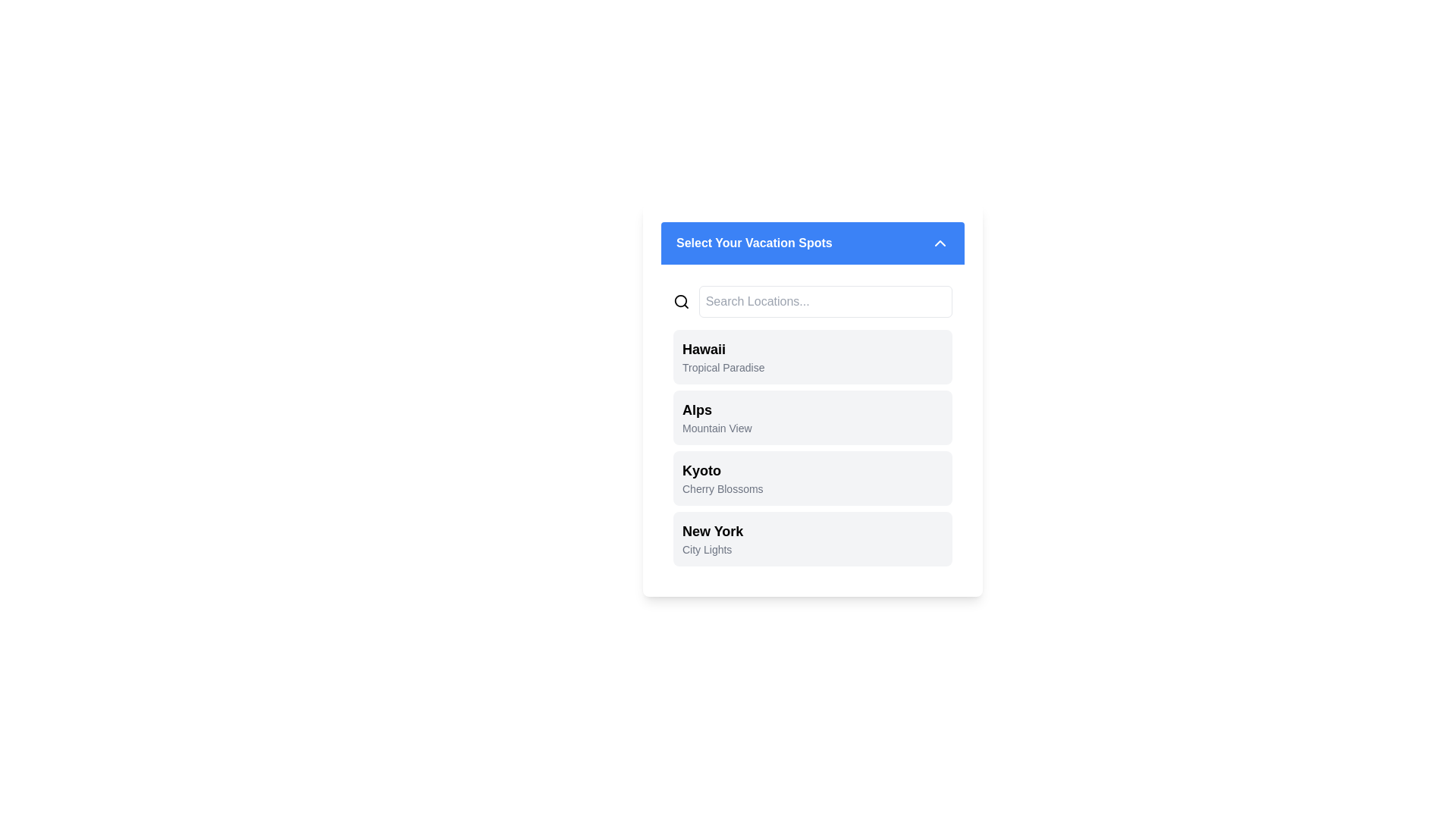 Image resolution: width=1456 pixels, height=819 pixels. Describe the element at coordinates (723, 368) in the screenshot. I see `the static text label reading 'Tropical Paradise', which is located directly below the bold label 'Hawaii' and is aligned in a left-justified layout` at that location.